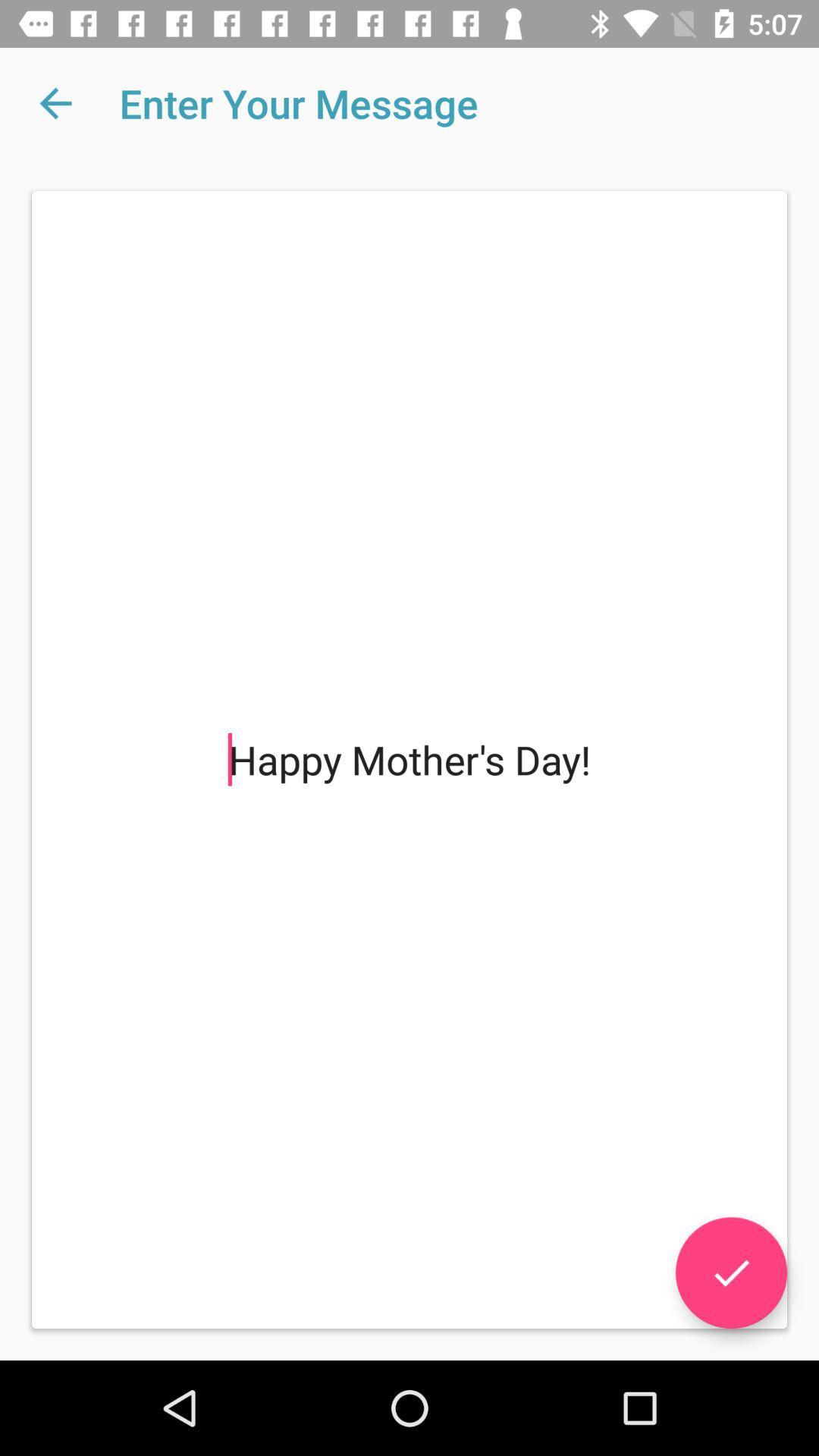  What do you see at coordinates (730, 1272) in the screenshot?
I see `item at the bottom right corner` at bounding box center [730, 1272].